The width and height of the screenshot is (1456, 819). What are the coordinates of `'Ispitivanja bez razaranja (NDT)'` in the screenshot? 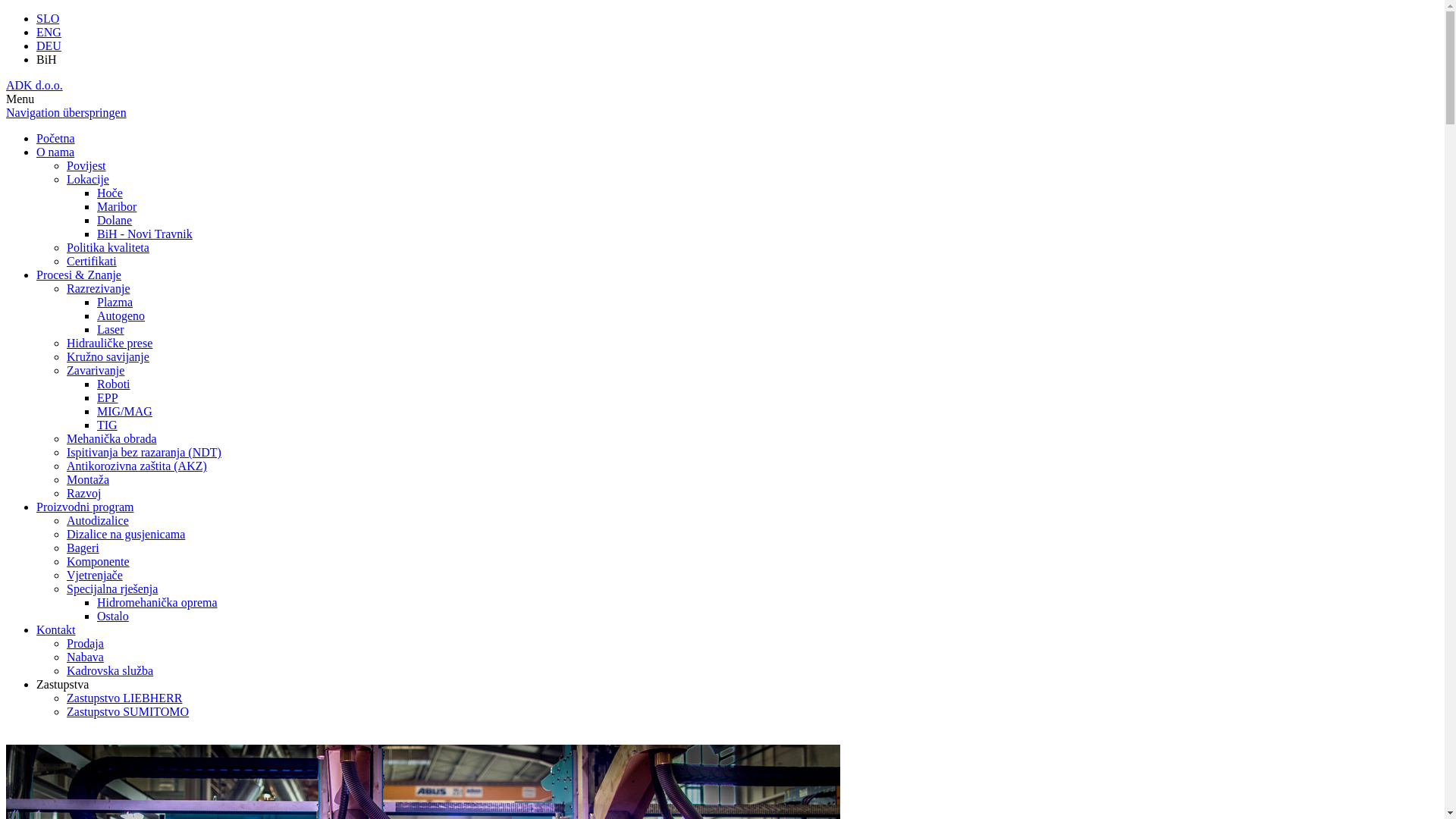 It's located at (144, 451).